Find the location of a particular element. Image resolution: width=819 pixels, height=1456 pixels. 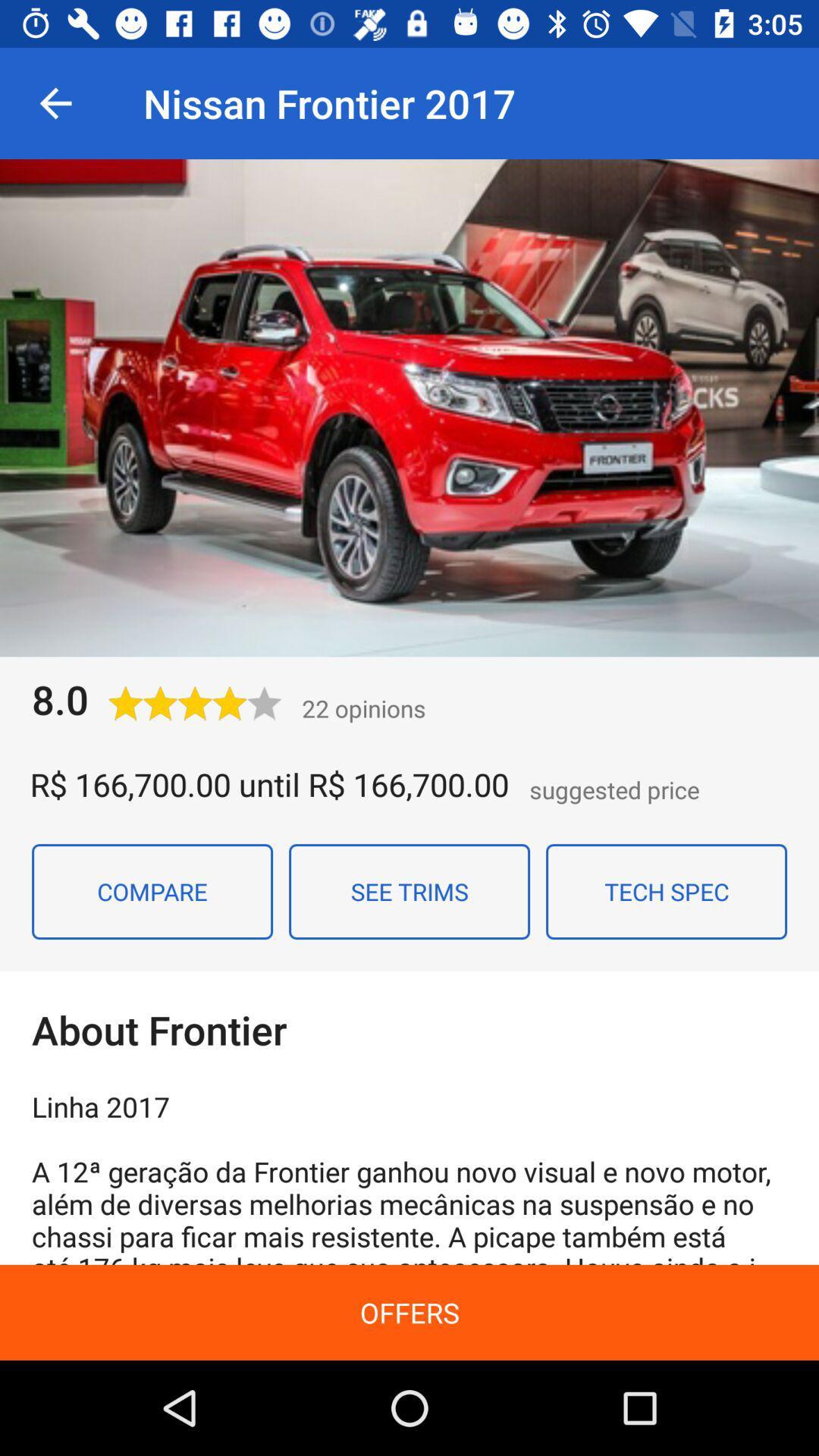

offers icon is located at coordinates (409, 1312).